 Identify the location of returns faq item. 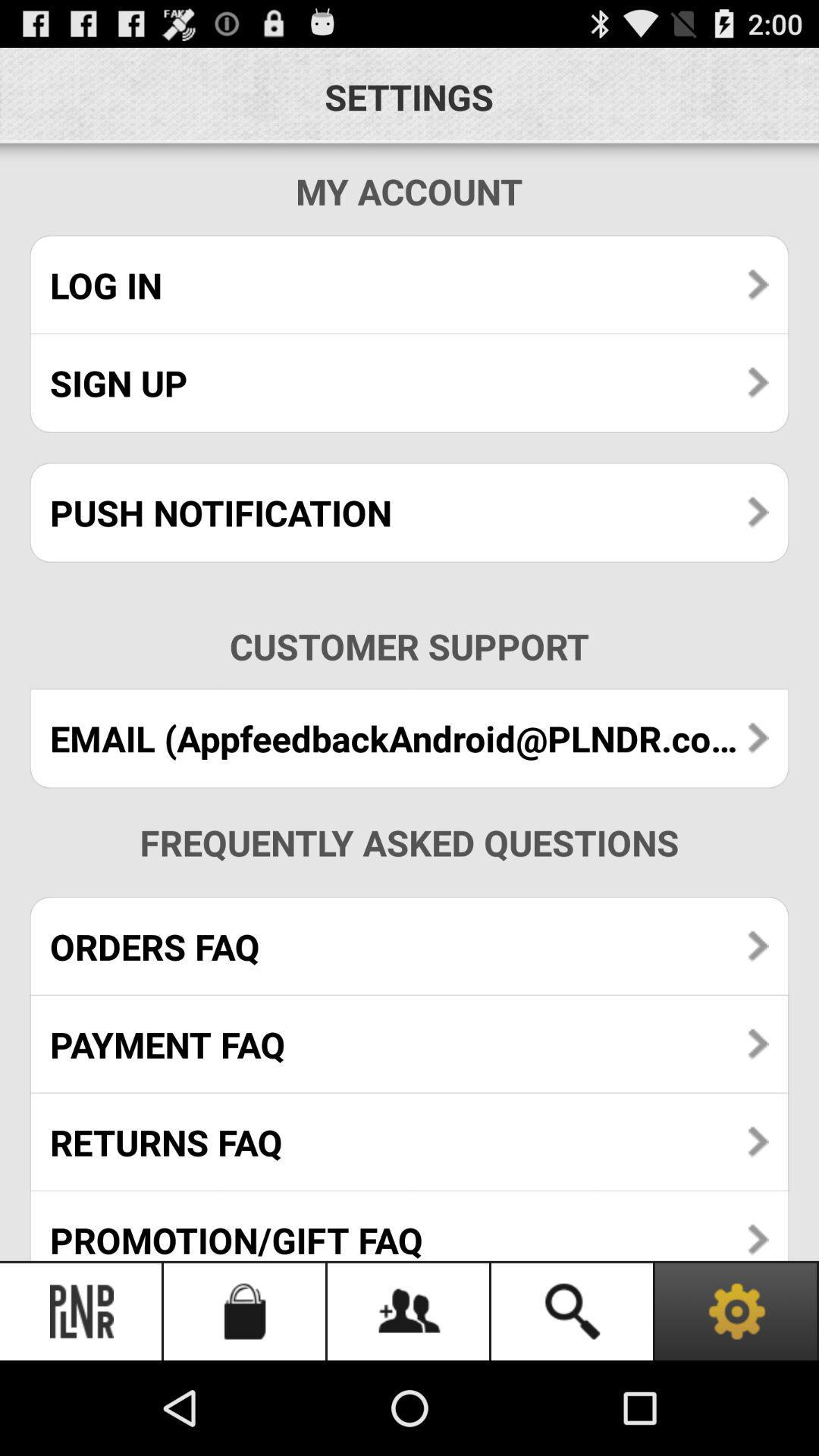
(409, 1142).